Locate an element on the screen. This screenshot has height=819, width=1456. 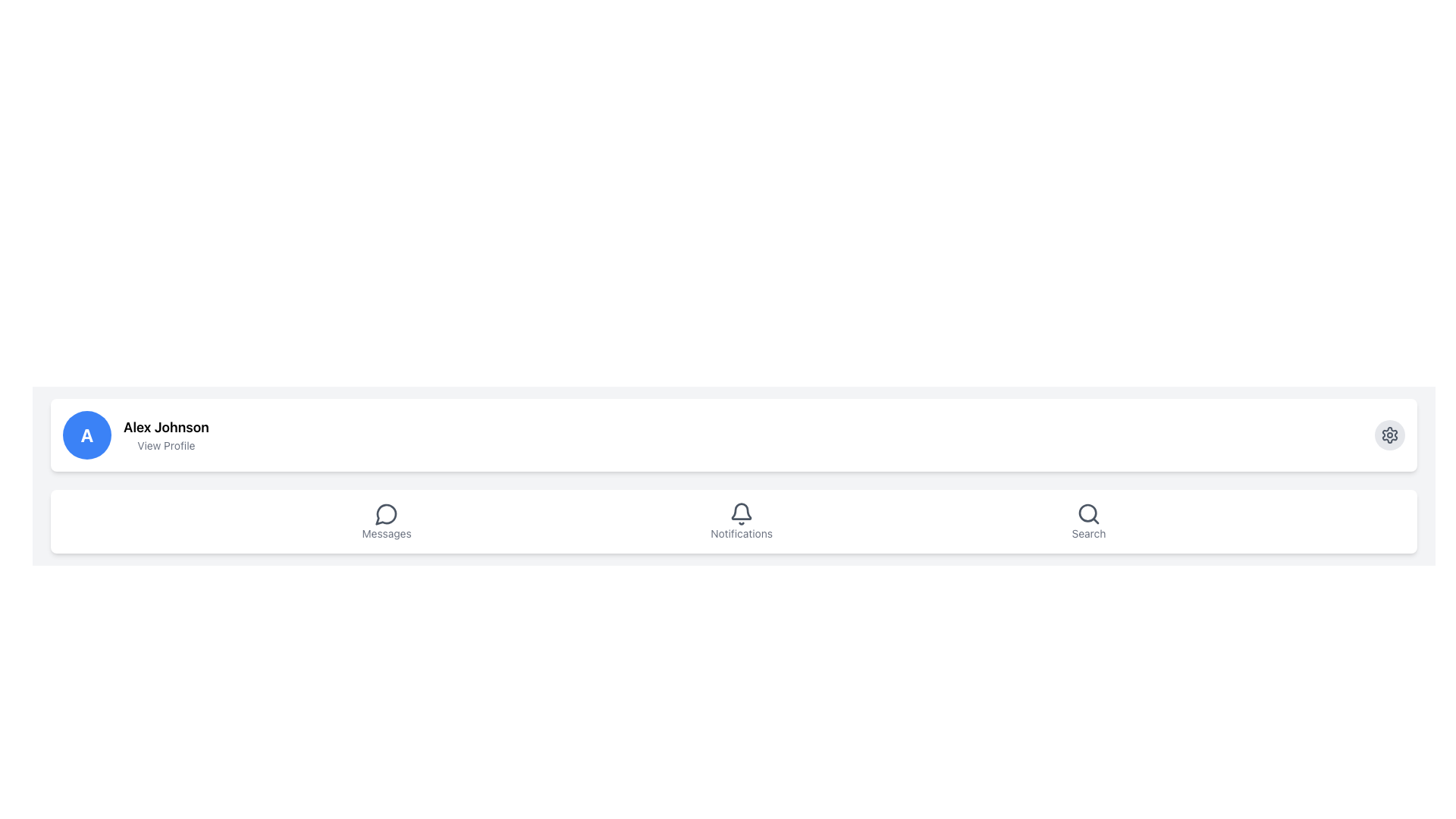
the gray gear icon button located in the top-right corner of the user interface is located at coordinates (1390, 435).